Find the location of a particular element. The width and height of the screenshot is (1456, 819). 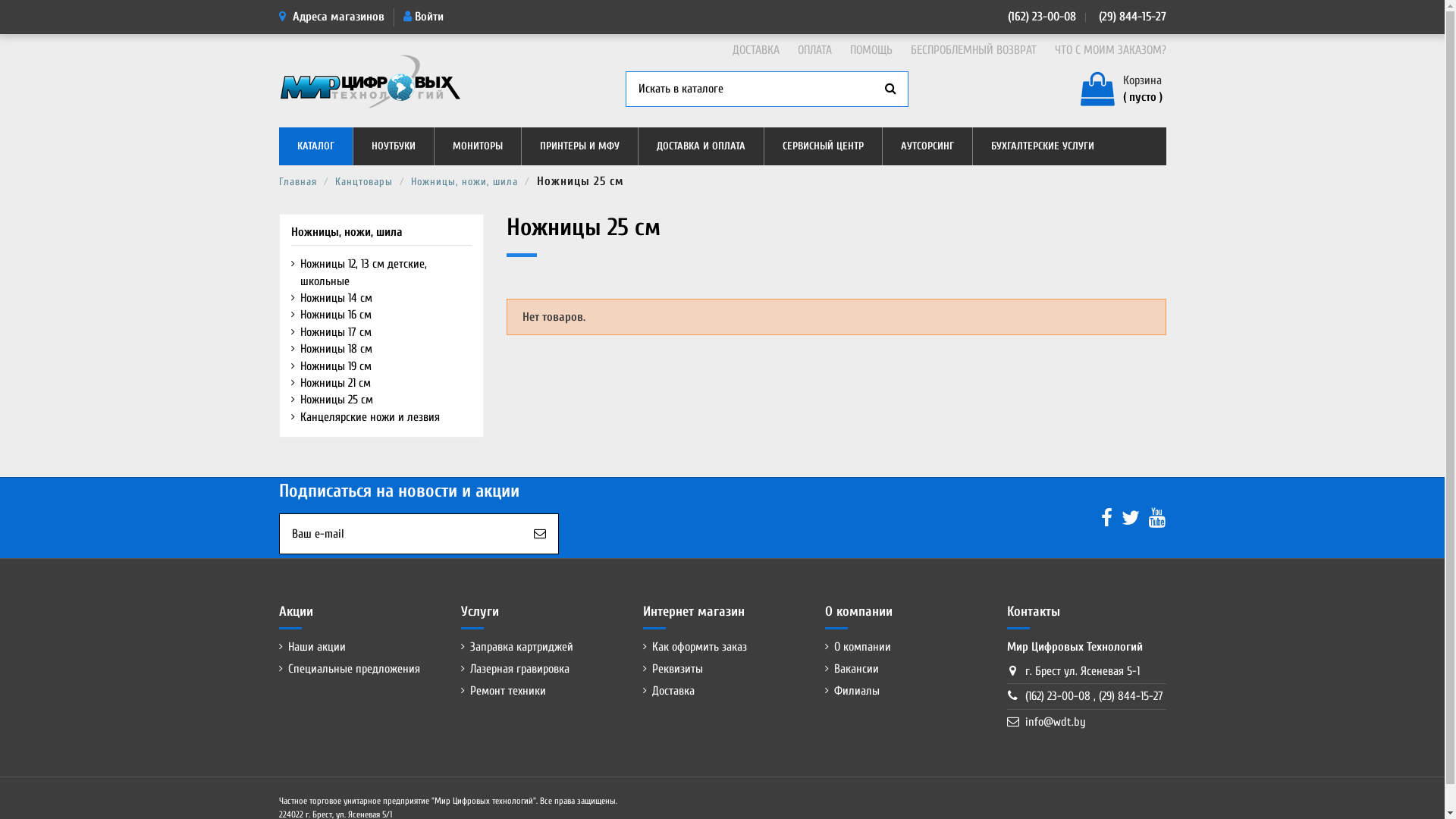

'(29) 844-15-27' is located at coordinates (1131, 17).